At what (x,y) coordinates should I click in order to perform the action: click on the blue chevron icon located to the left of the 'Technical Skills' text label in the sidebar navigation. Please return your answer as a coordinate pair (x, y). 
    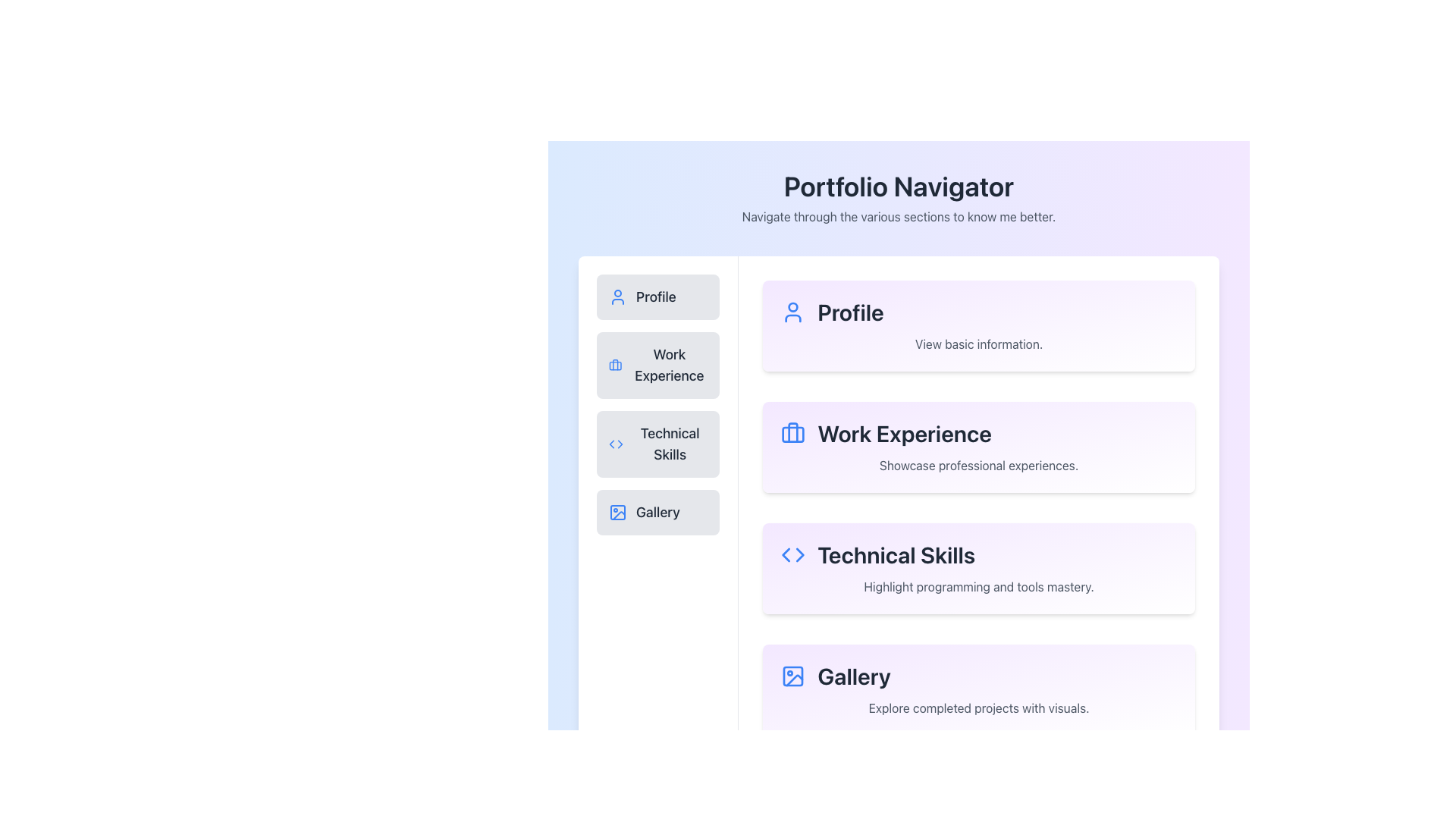
    Looking at the image, I should click on (611, 444).